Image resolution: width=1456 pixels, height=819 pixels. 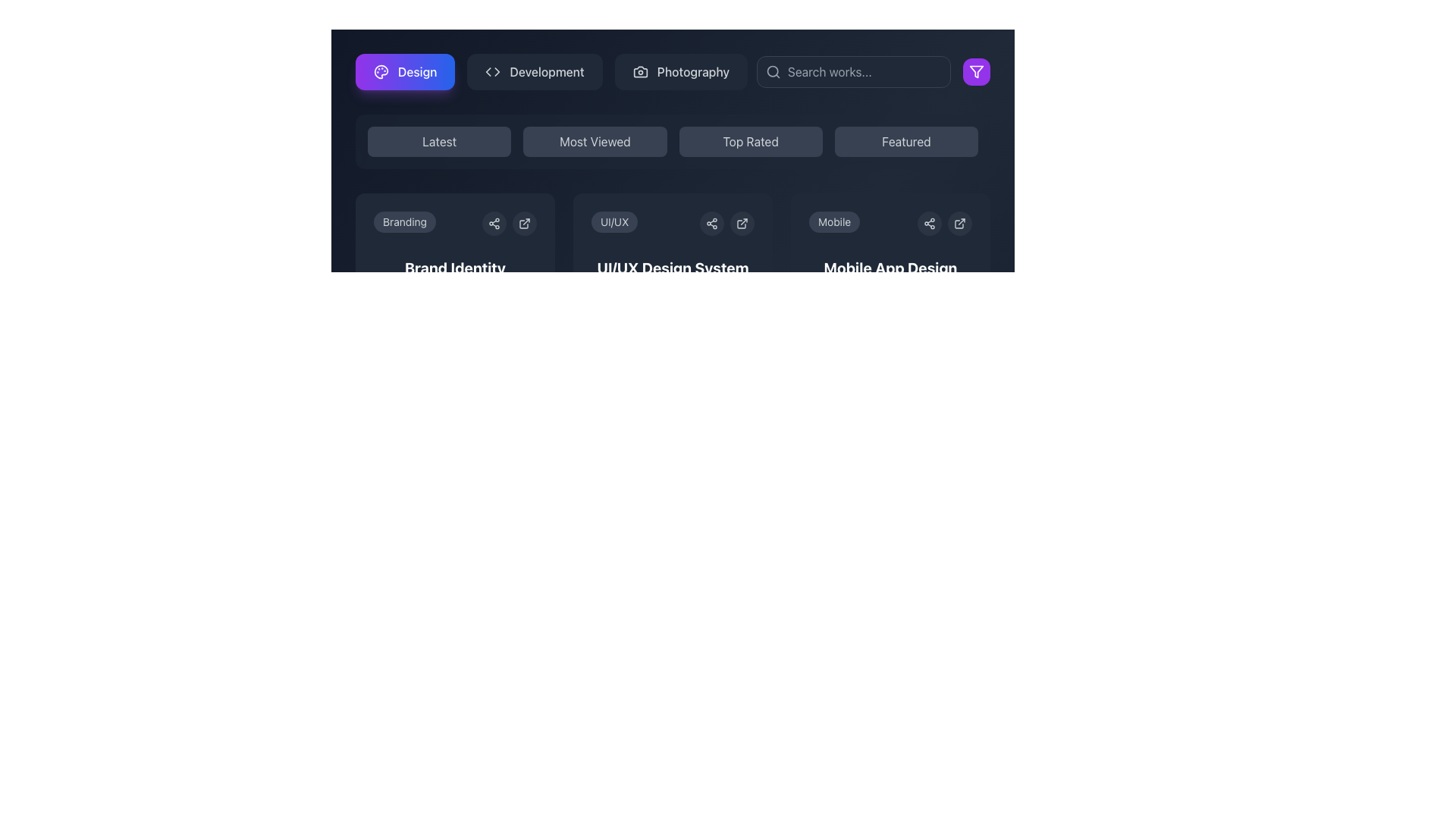 What do you see at coordinates (405, 72) in the screenshot?
I see `the 'Design' button located at the top-left section of the interface` at bounding box center [405, 72].